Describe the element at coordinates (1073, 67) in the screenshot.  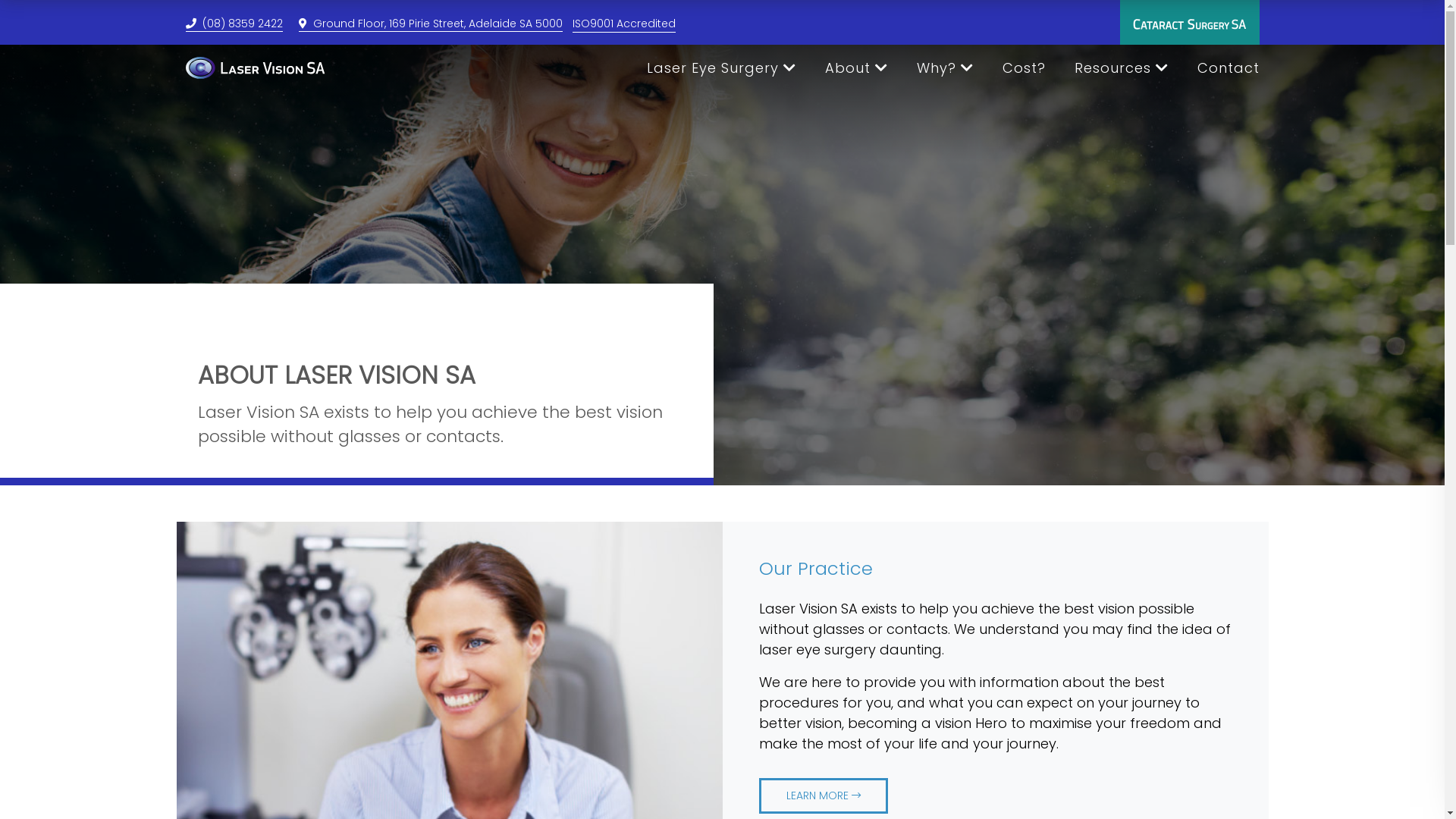
I see `'Resources'` at that location.